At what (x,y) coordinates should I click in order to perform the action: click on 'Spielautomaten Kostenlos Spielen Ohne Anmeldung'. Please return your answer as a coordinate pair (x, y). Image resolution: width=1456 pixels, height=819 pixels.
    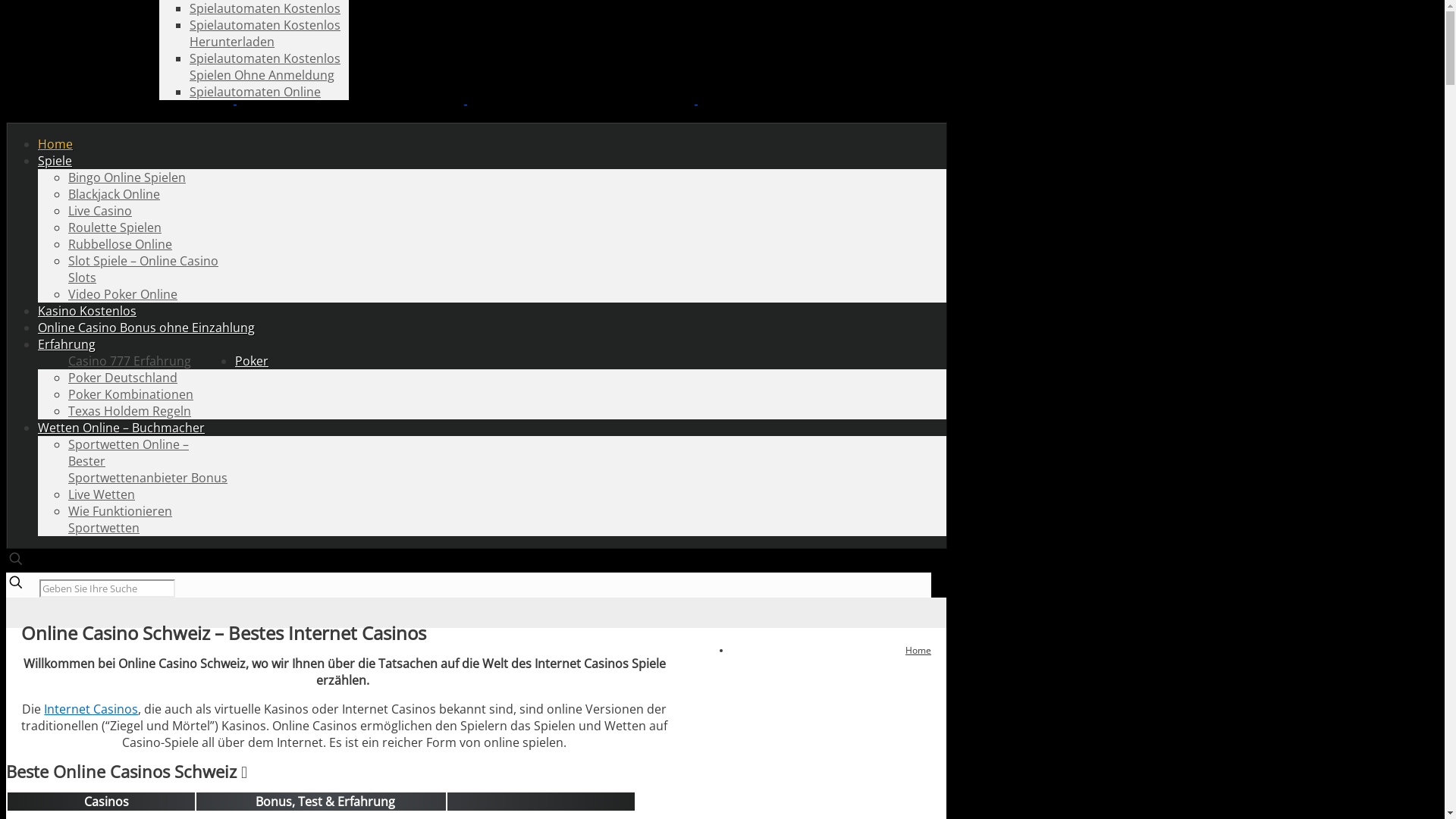
    Looking at the image, I should click on (188, 66).